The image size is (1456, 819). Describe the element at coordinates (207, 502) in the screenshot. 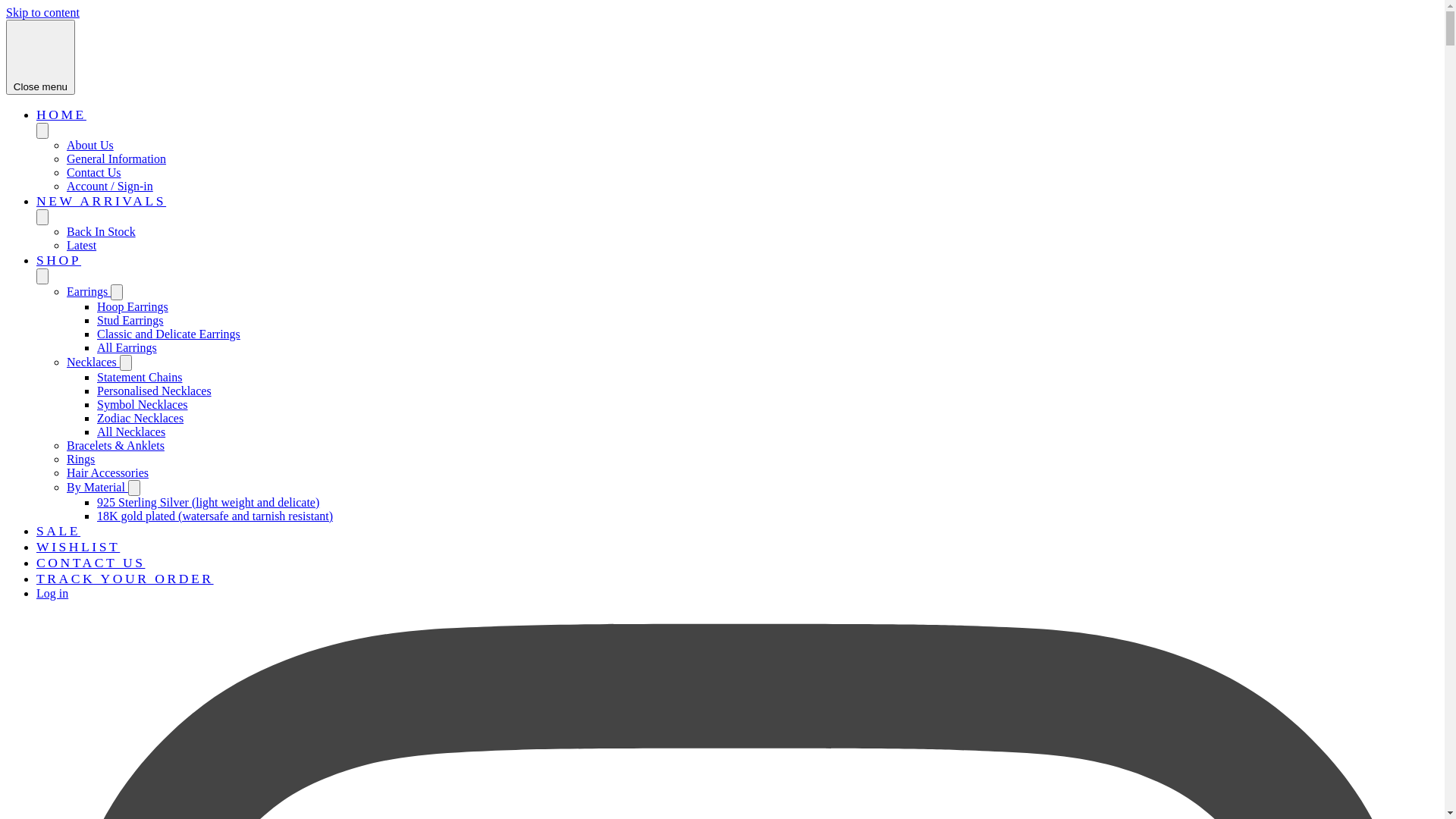

I see `'925 Sterling Silver (light weight and delicate)'` at that location.